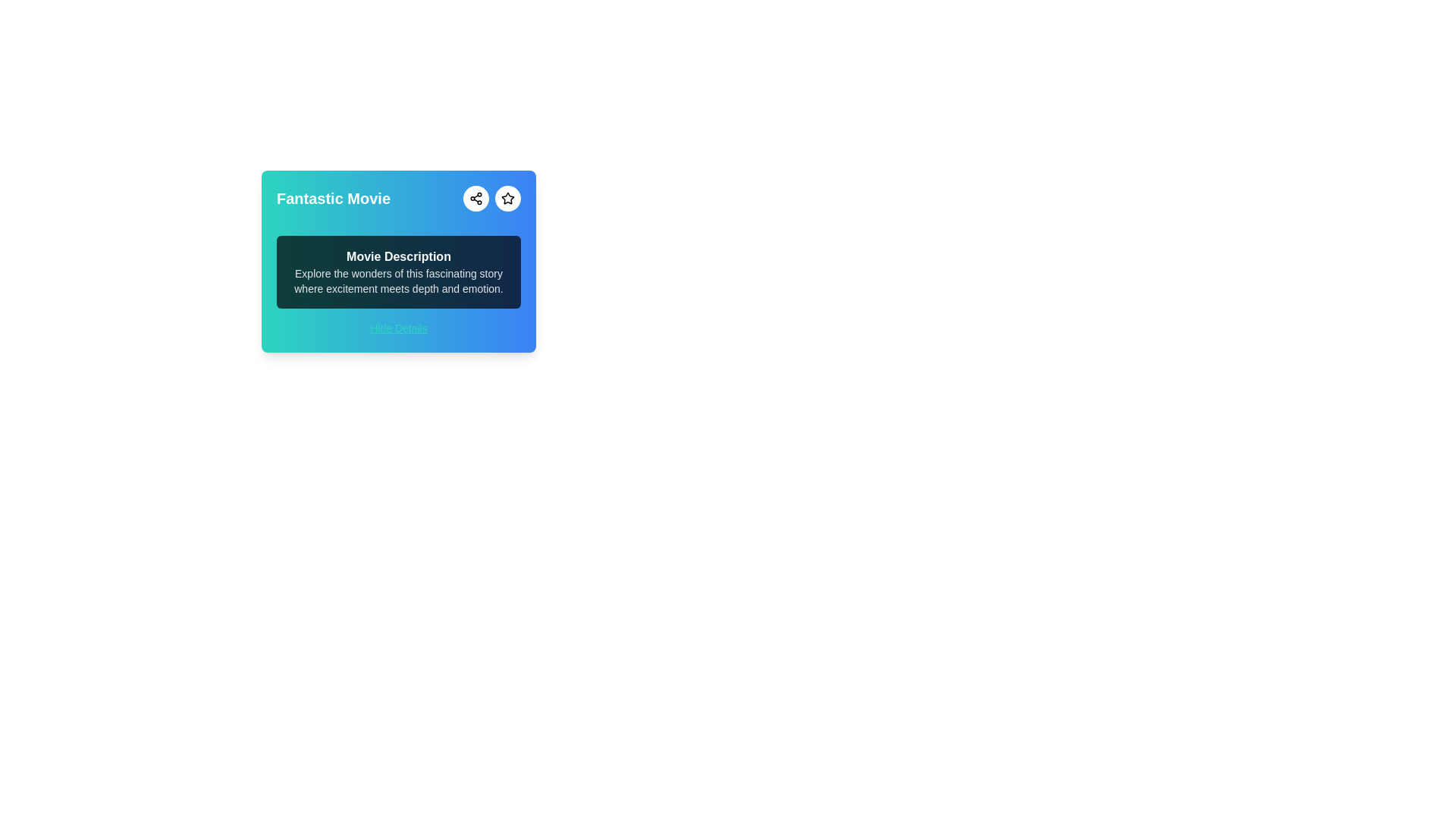 The height and width of the screenshot is (819, 1456). What do you see at coordinates (475, 198) in the screenshot?
I see `the 'Share' icon located at the top-right corner of the card to initiate a share action` at bounding box center [475, 198].